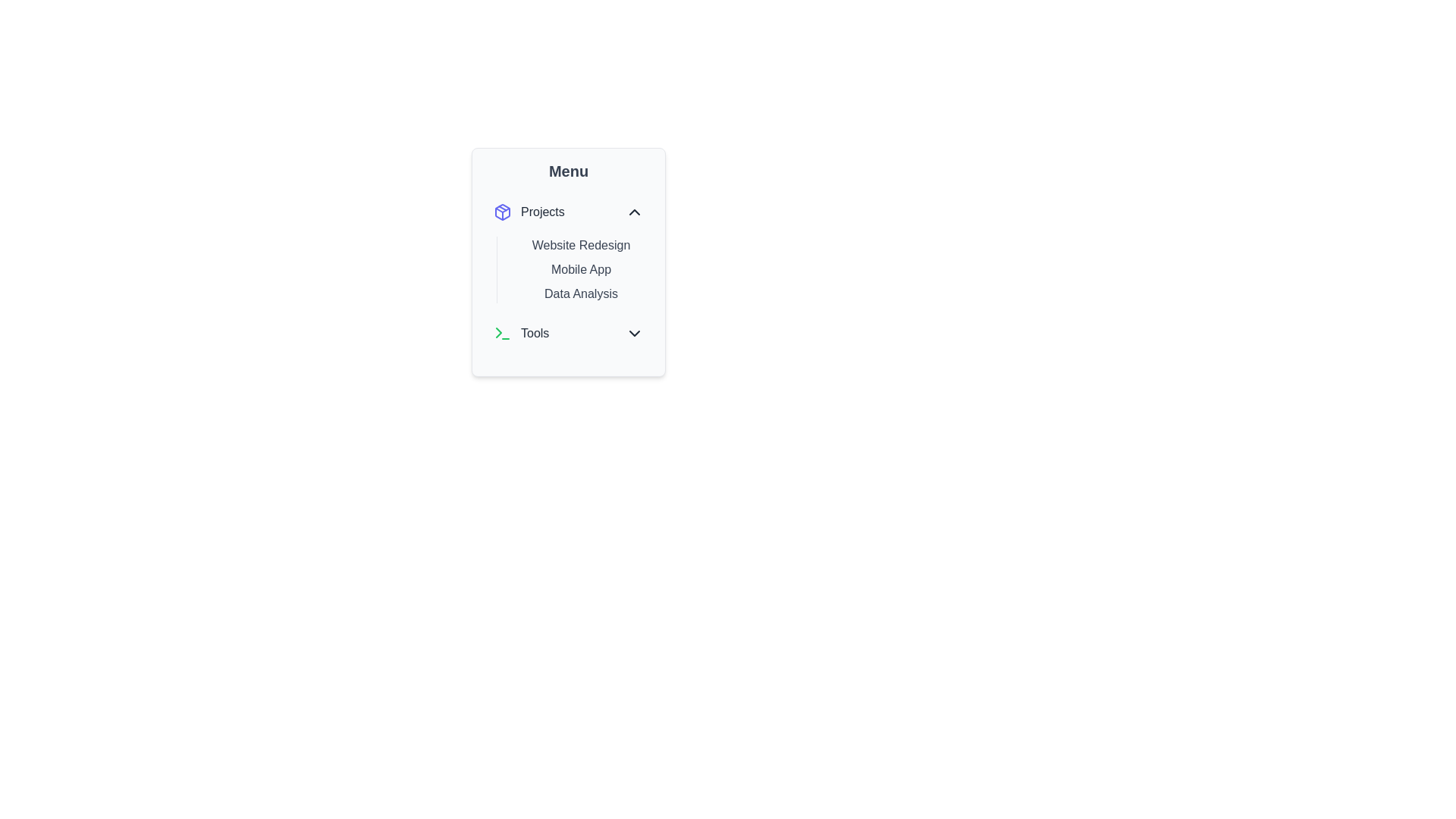  I want to click on the third text-based link under the 'Projects' section, so click(580, 294).